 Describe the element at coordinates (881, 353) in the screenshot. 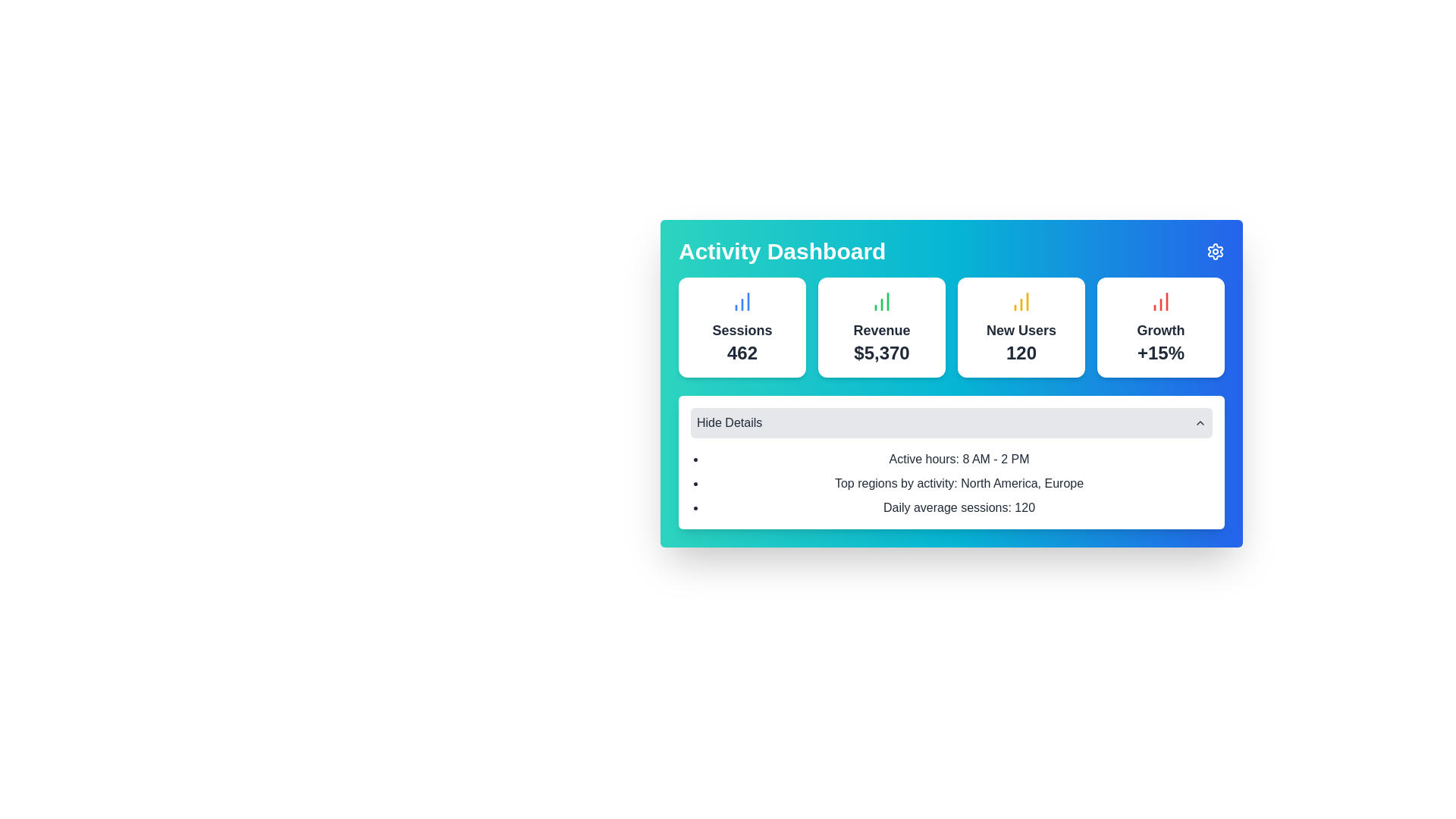

I see `the Text Display that shows the current revenue value, which is positioned below the 'Revenue' label in the dashboard` at that location.